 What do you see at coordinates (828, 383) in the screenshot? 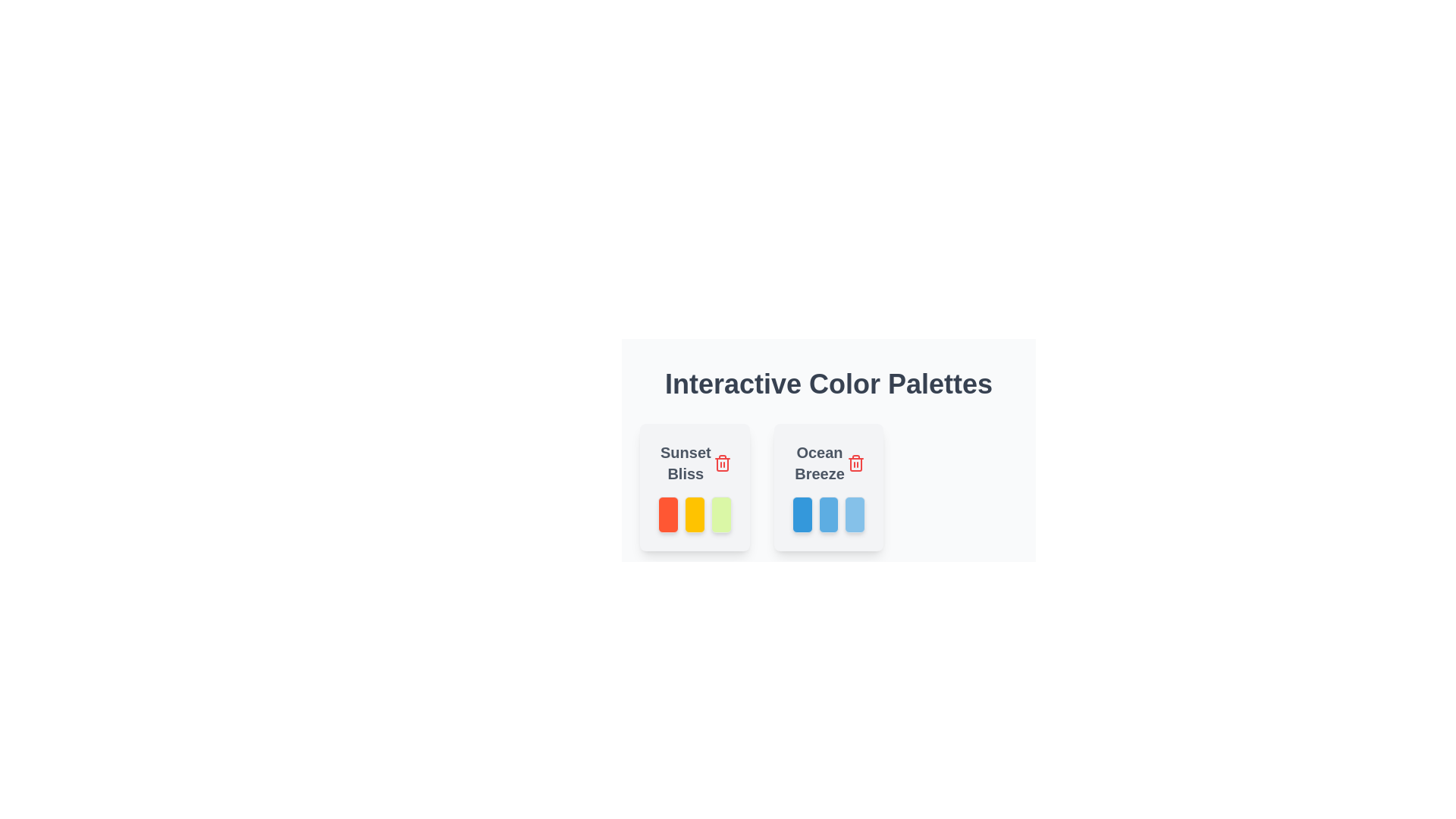
I see `the title text element that represents the color palettes section, located centrally at the top of the section, above the 'Sunset Bliss' and 'Ocean Breeze' color palette cards` at bounding box center [828, 383].